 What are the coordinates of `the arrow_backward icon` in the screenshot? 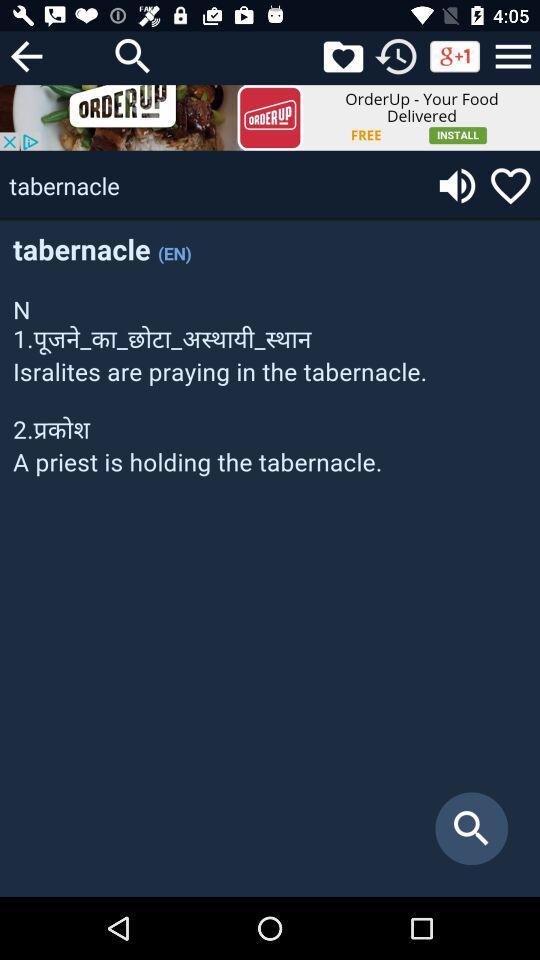 It's located at (25, 55).